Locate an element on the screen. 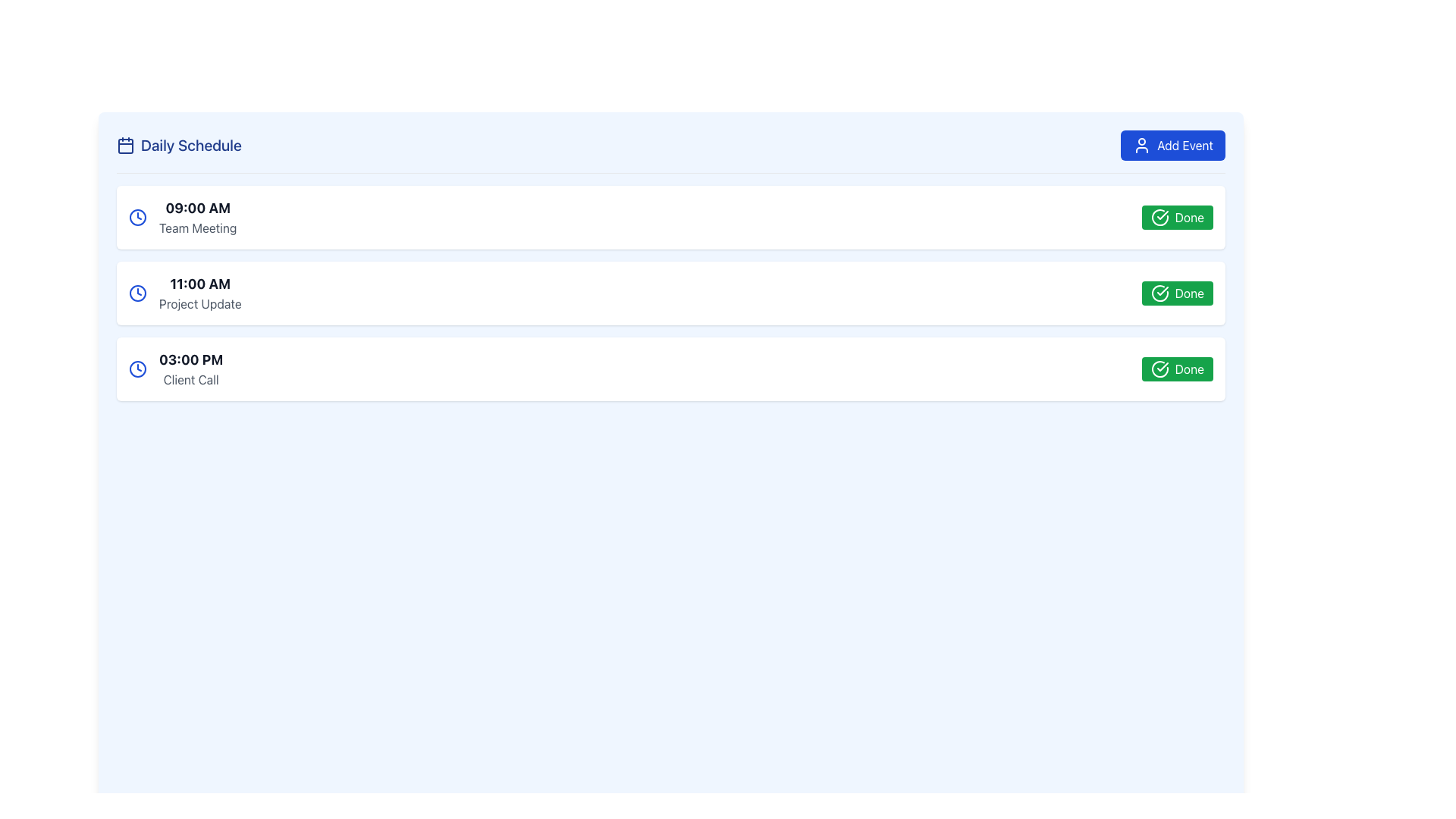  the text label indicating the scheduled event '09:00 AM Team Meeting' located under 'Daily Schedule' is located at coordinates (197, 217).